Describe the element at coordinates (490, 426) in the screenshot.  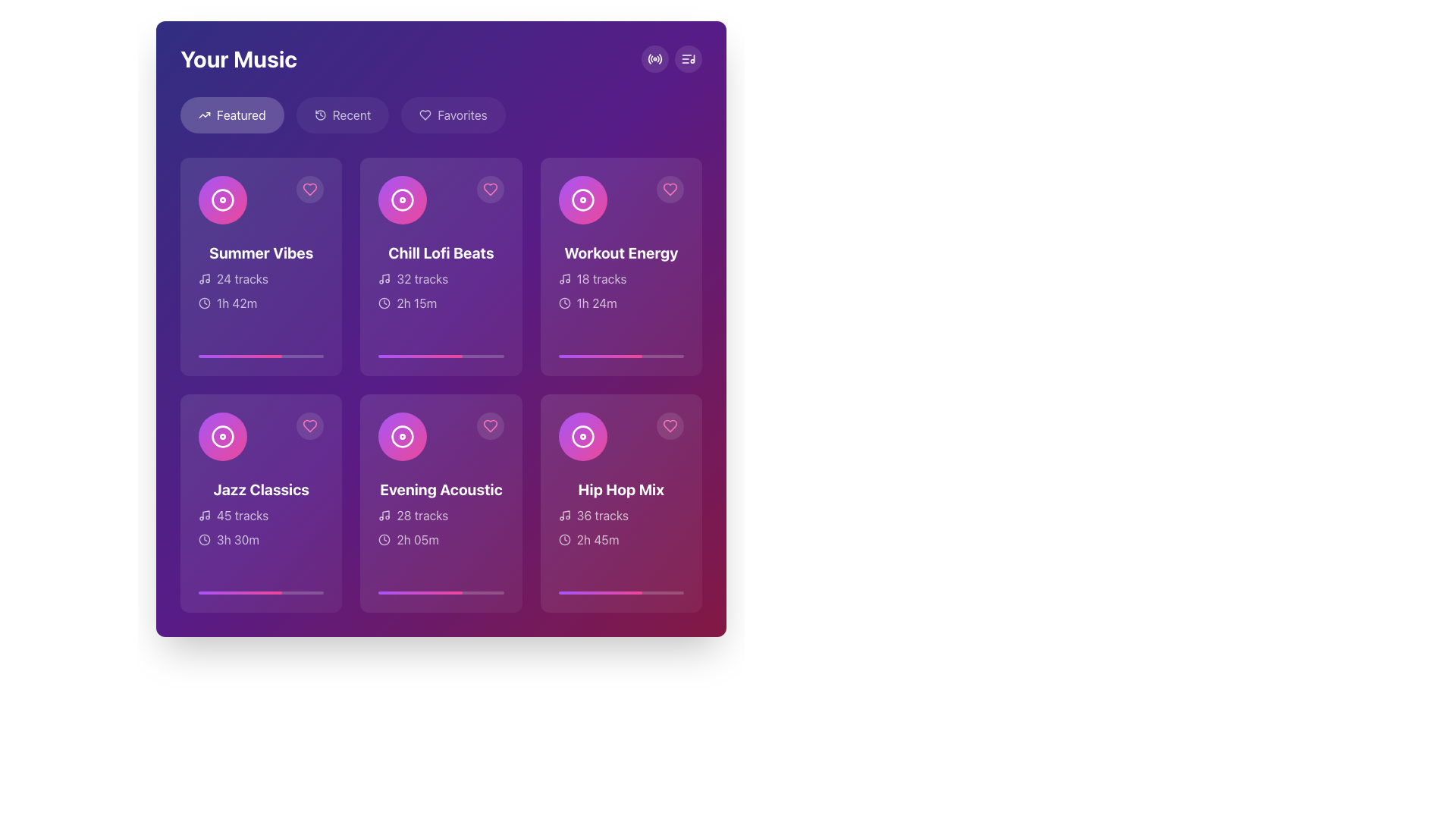
I see `the button in the top-right corner of the 'Evening Acoustic' card` at that location.